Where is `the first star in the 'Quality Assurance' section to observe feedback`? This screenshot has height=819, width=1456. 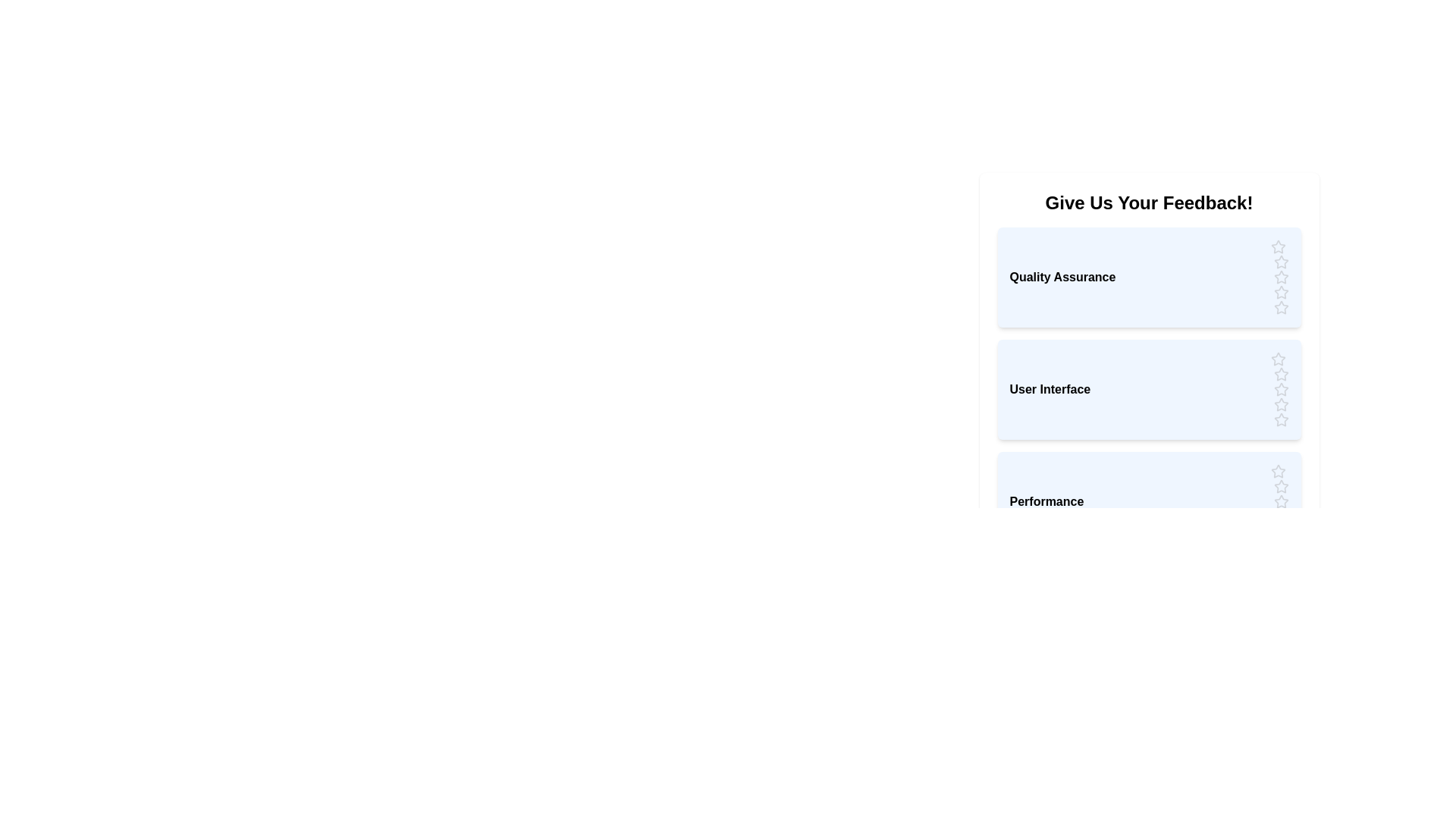 the first star in the 'Quality Assurance' section to observe feedback is located at coordinates (1270, 239).